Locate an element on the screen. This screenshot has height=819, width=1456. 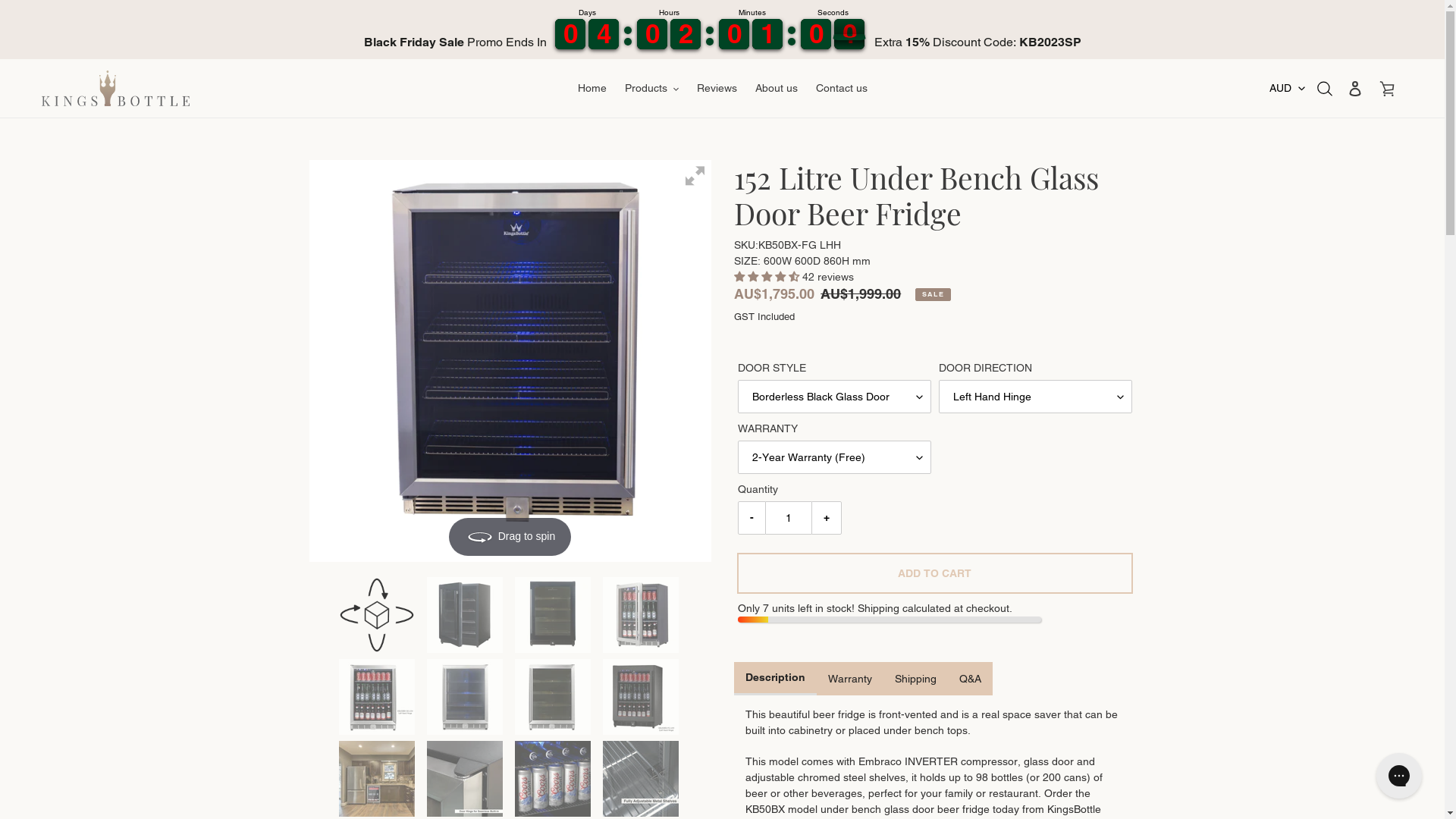
'Search' is located at coordinates (1325, 88).